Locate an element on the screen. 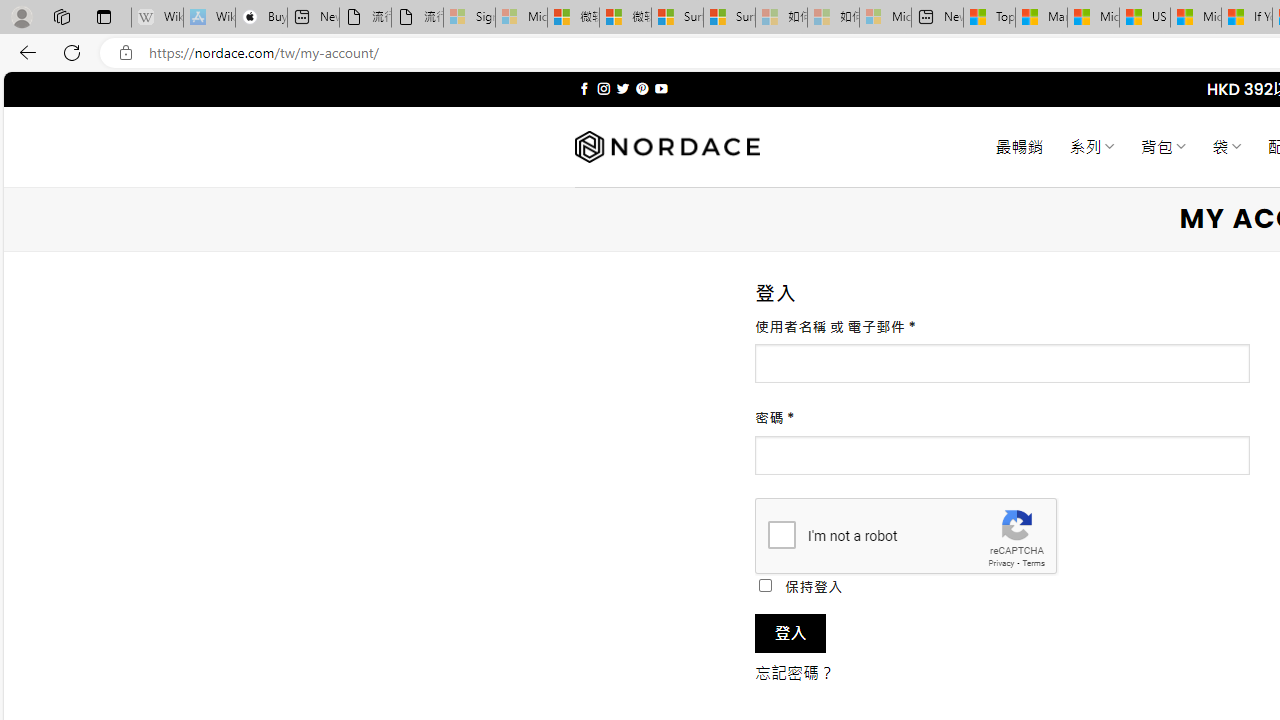  'Microsoft account | Account Checkup - Sleeping' is located at coordinates (884, 17).